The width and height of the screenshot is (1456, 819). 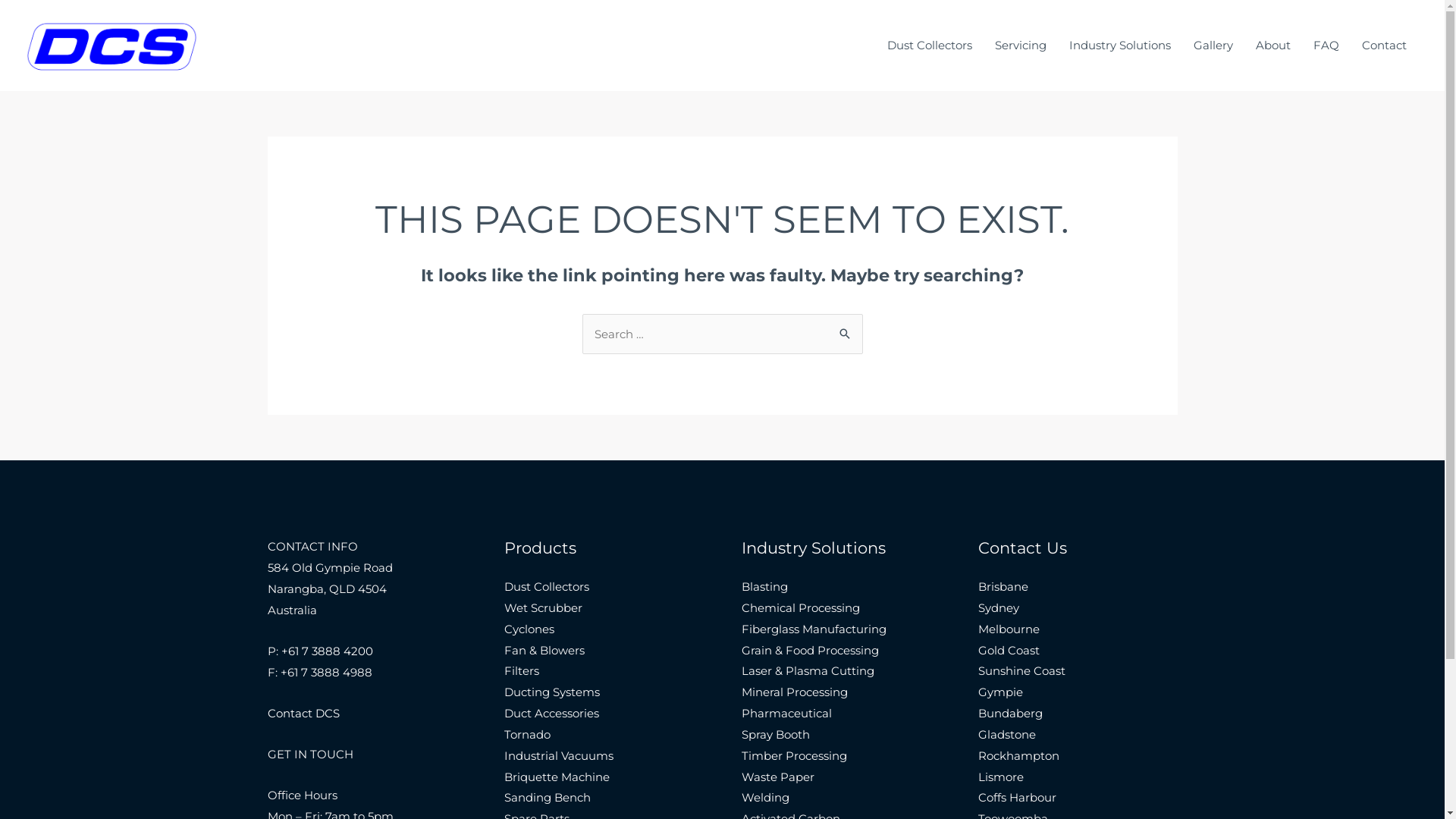 What do you see at coordinates (1384, 45) in the screenshot?
I see `'Contact'` at bounding box center [1384, 45].